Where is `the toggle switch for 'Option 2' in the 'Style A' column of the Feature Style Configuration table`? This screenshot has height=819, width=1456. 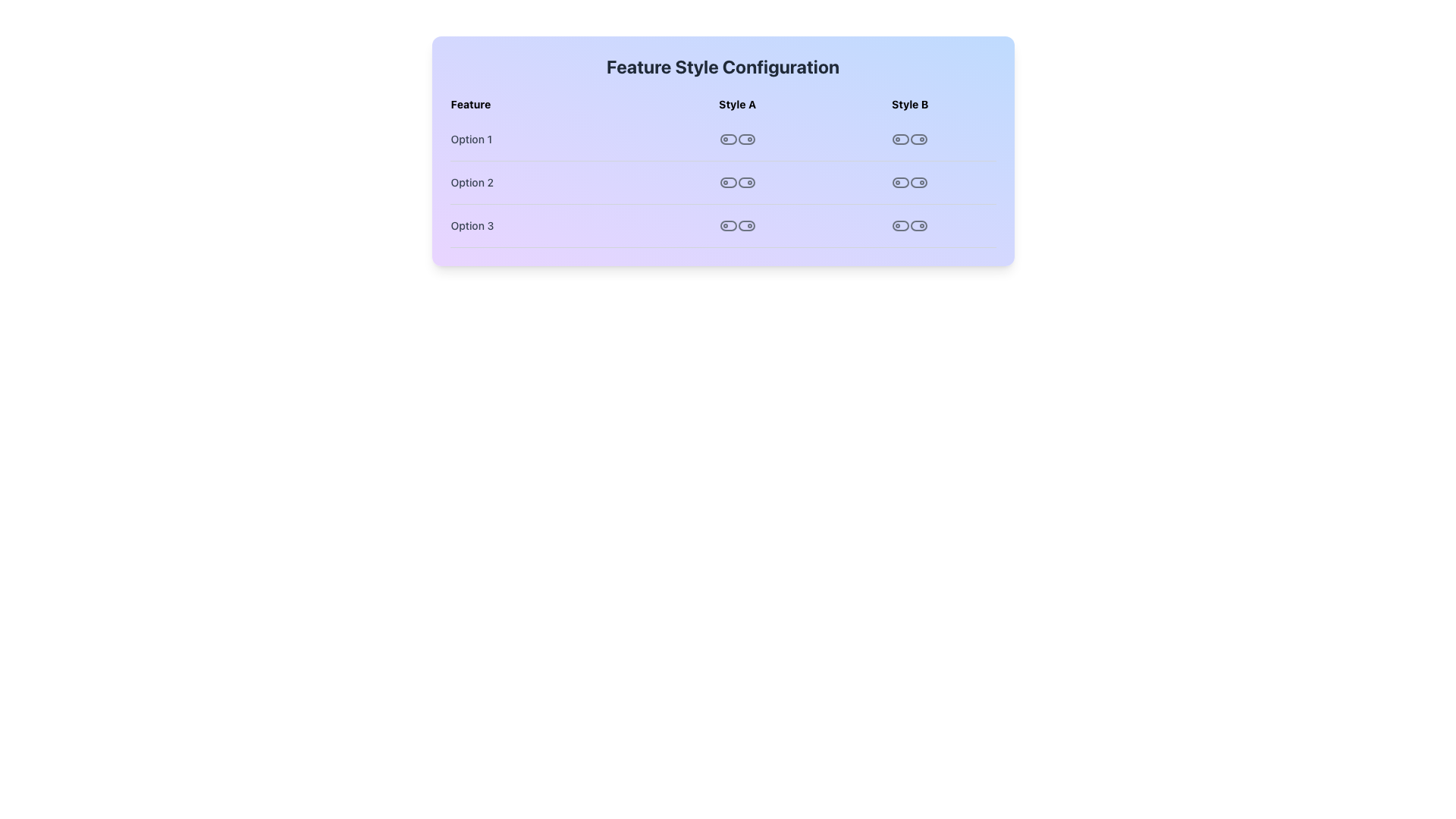
the toggle switch for 'Option 2' in the 'Style A' column of the Feature Style Configuration table is located at coordinates (722, 182).